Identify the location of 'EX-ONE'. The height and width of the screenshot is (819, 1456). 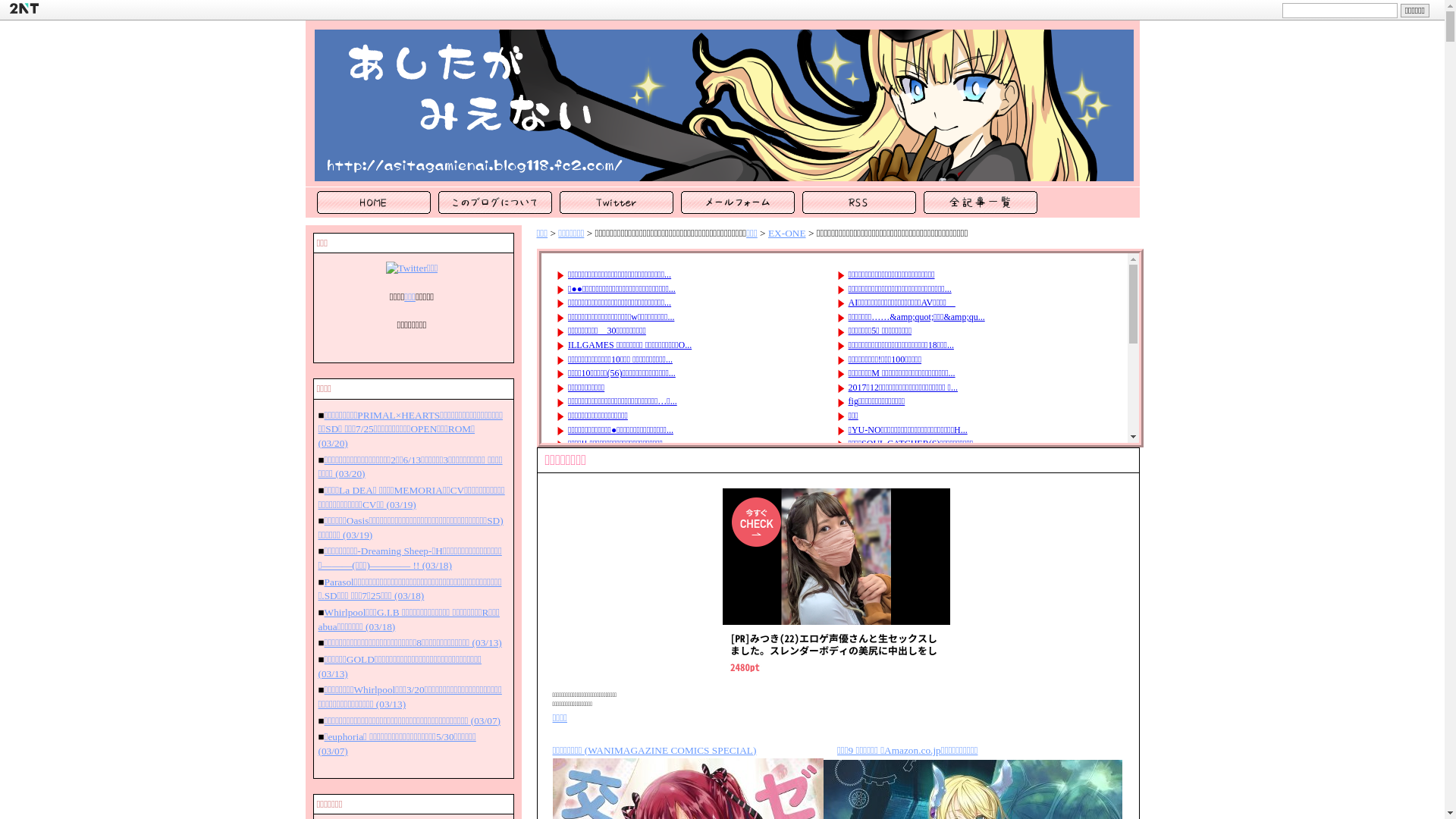
(786, 233).